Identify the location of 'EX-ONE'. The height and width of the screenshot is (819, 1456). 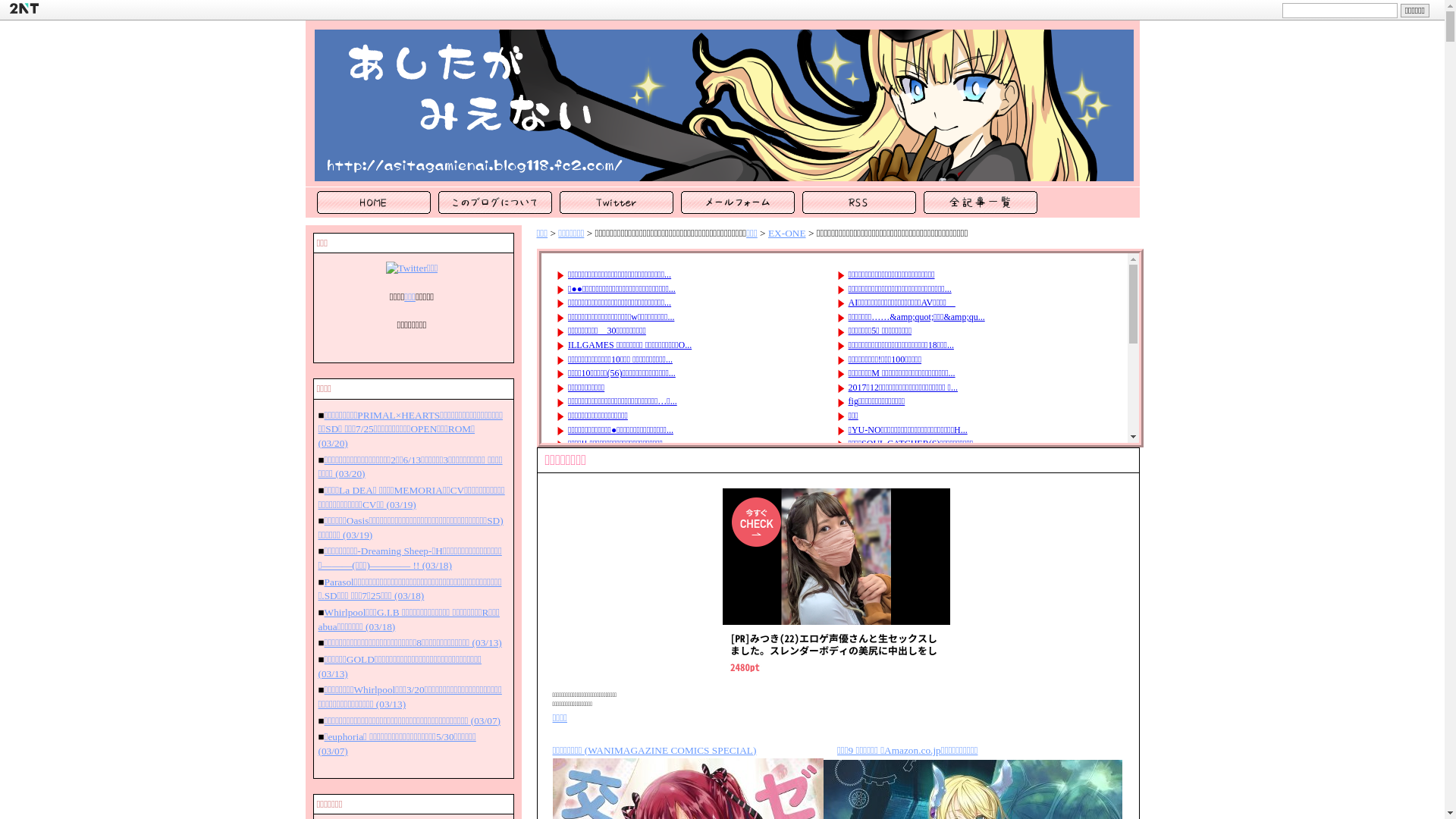
(786, 233).